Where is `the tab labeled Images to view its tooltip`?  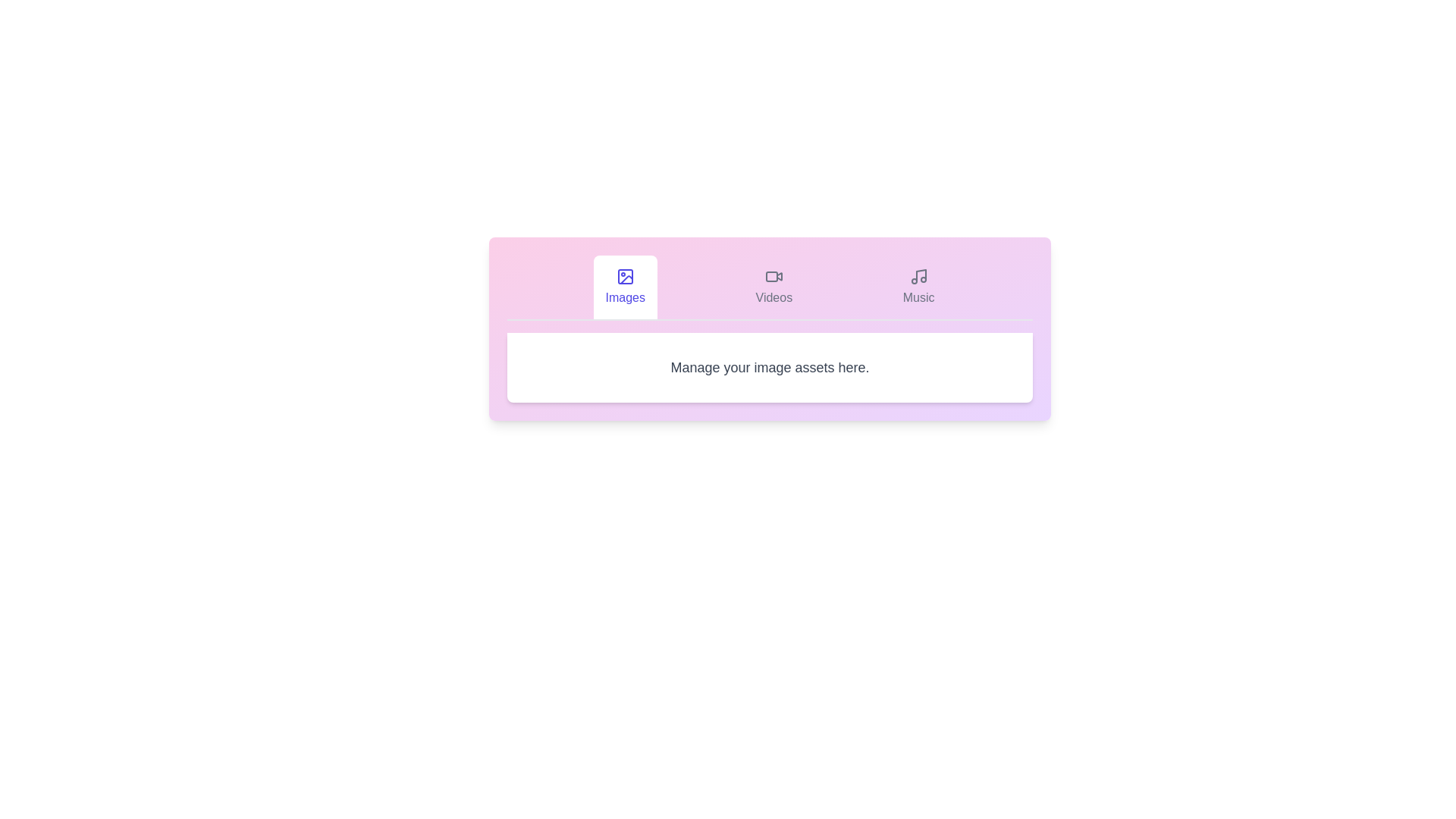
the tab labeled Images to view its tooltip is located at coordinates (625, 287).